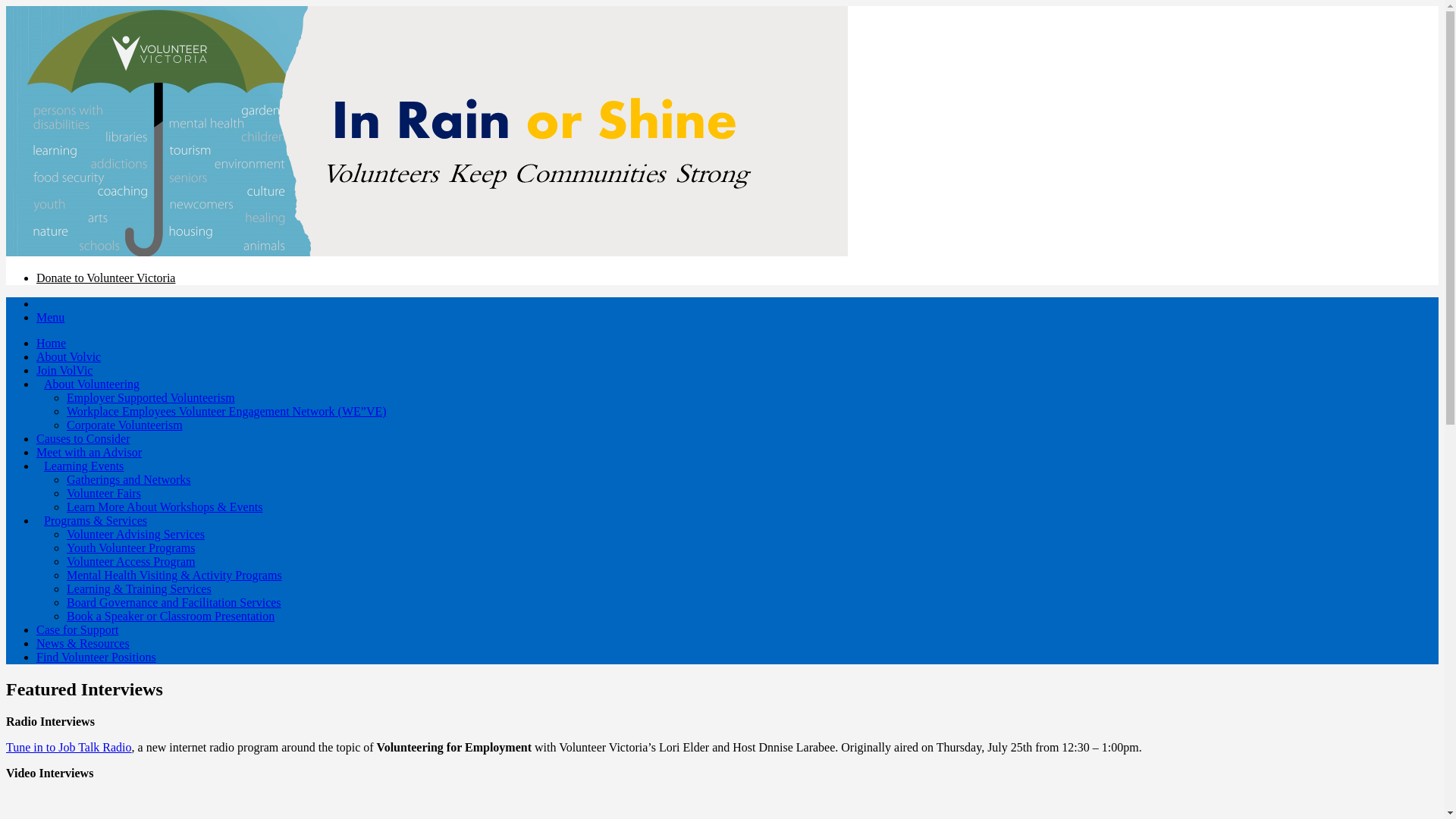  I want to click on 'Meet with an Advisor', so click(88, 451).